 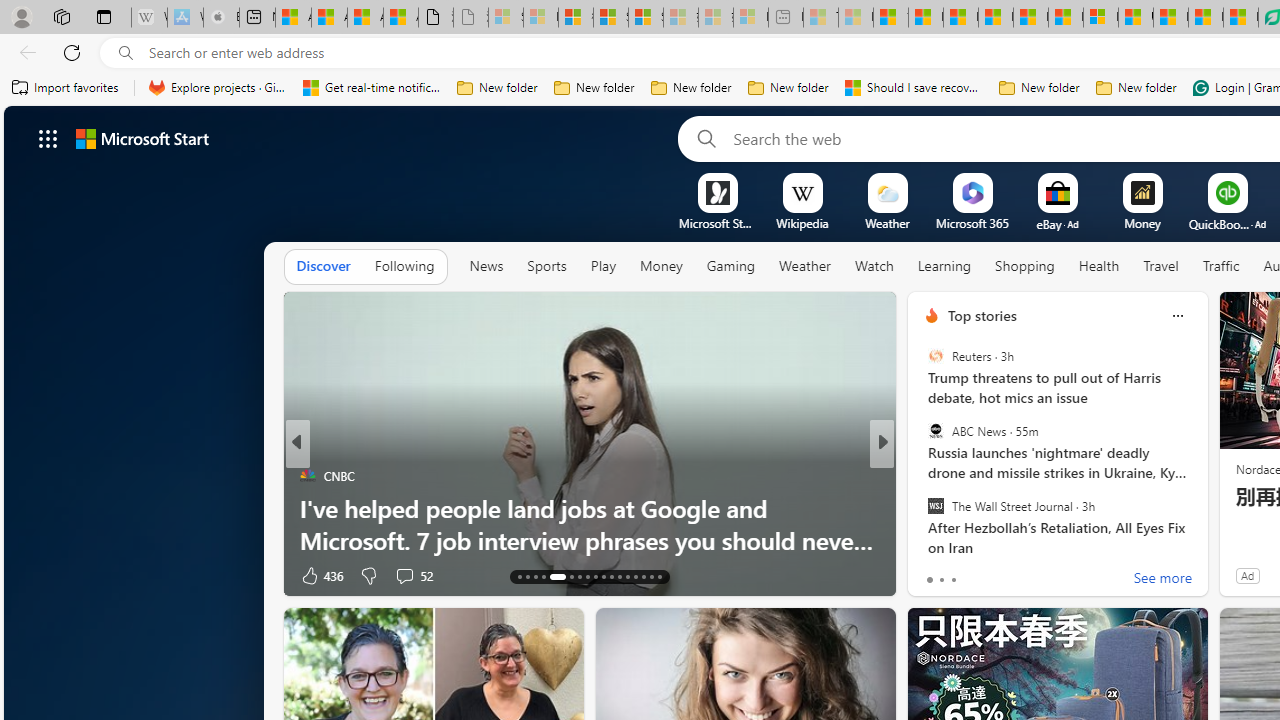 What do you see at coordinates (934, 430) in the screenshot?
I see `'ABC News'` at bounding box center [934, 430].